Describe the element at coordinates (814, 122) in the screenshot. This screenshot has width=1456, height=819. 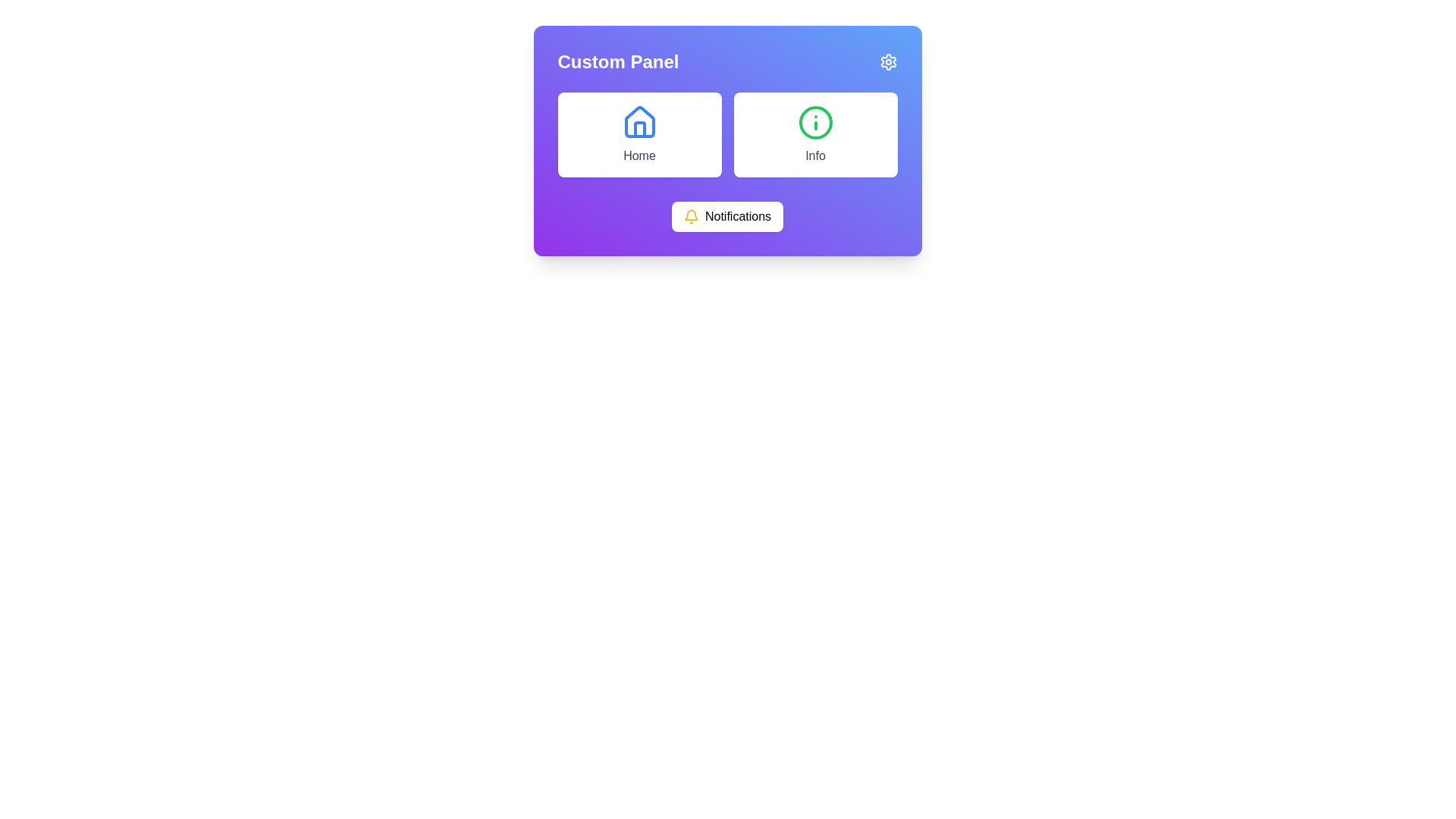
I see `the green circular icon with an 'i' symbol, located in the 'Info' section of the interface` at that location.